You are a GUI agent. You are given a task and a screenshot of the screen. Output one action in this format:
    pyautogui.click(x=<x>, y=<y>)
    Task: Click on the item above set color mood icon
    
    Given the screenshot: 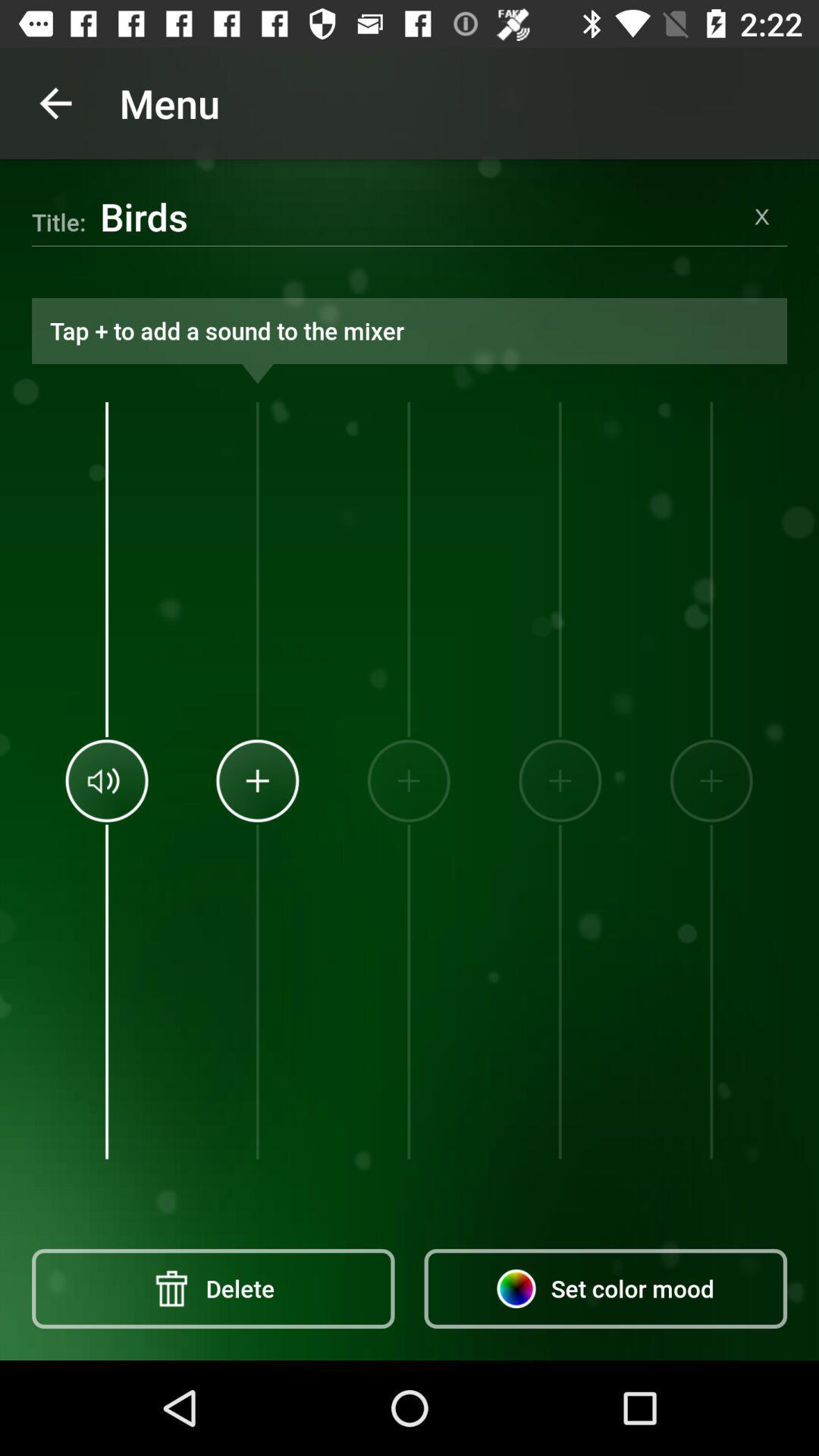 What is the action you would take?
    pyautogui.click(x=711, y=780)
    